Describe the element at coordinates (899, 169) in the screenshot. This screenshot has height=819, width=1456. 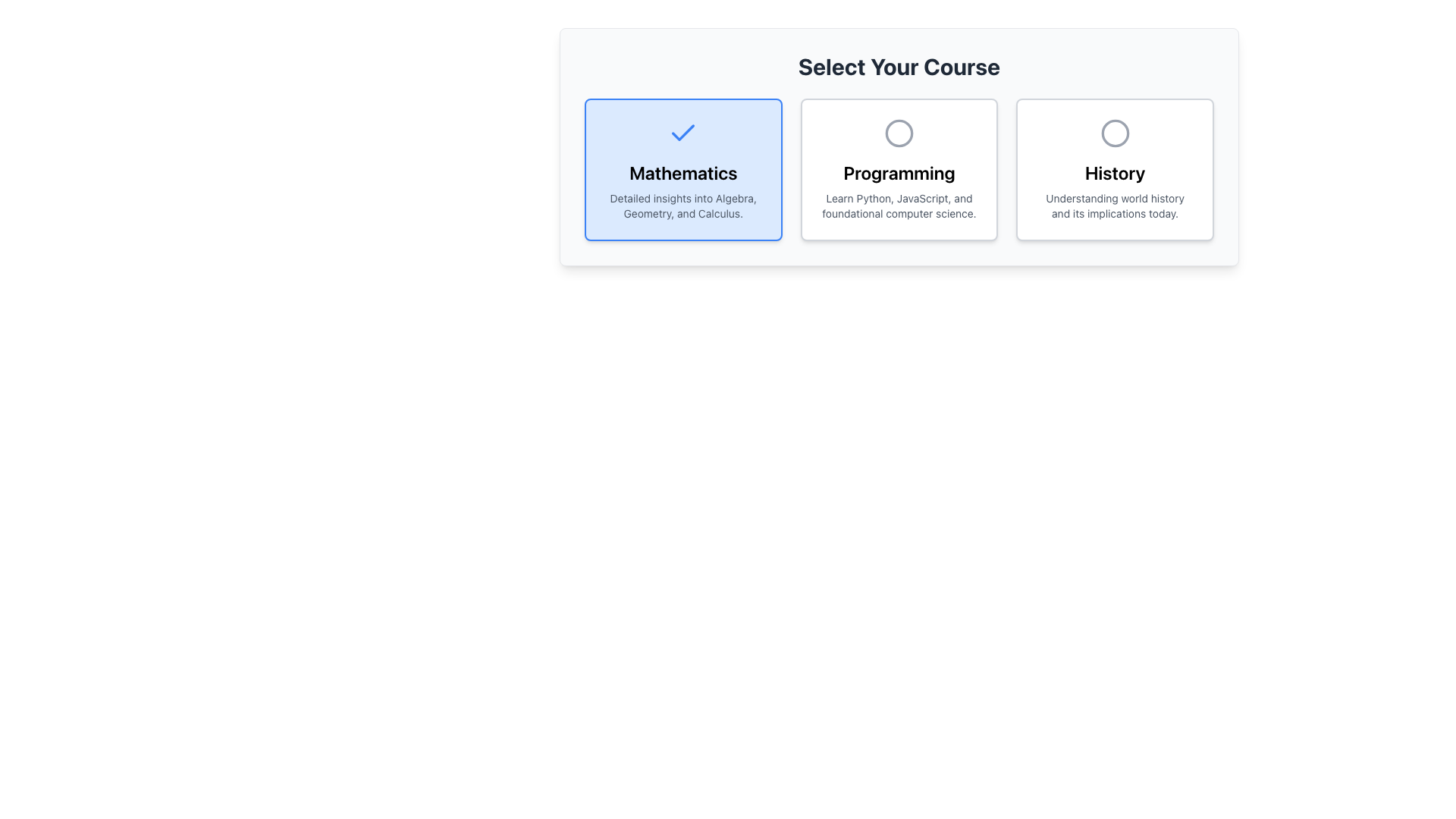
I see `the Grid layout with selectable options` at that location.